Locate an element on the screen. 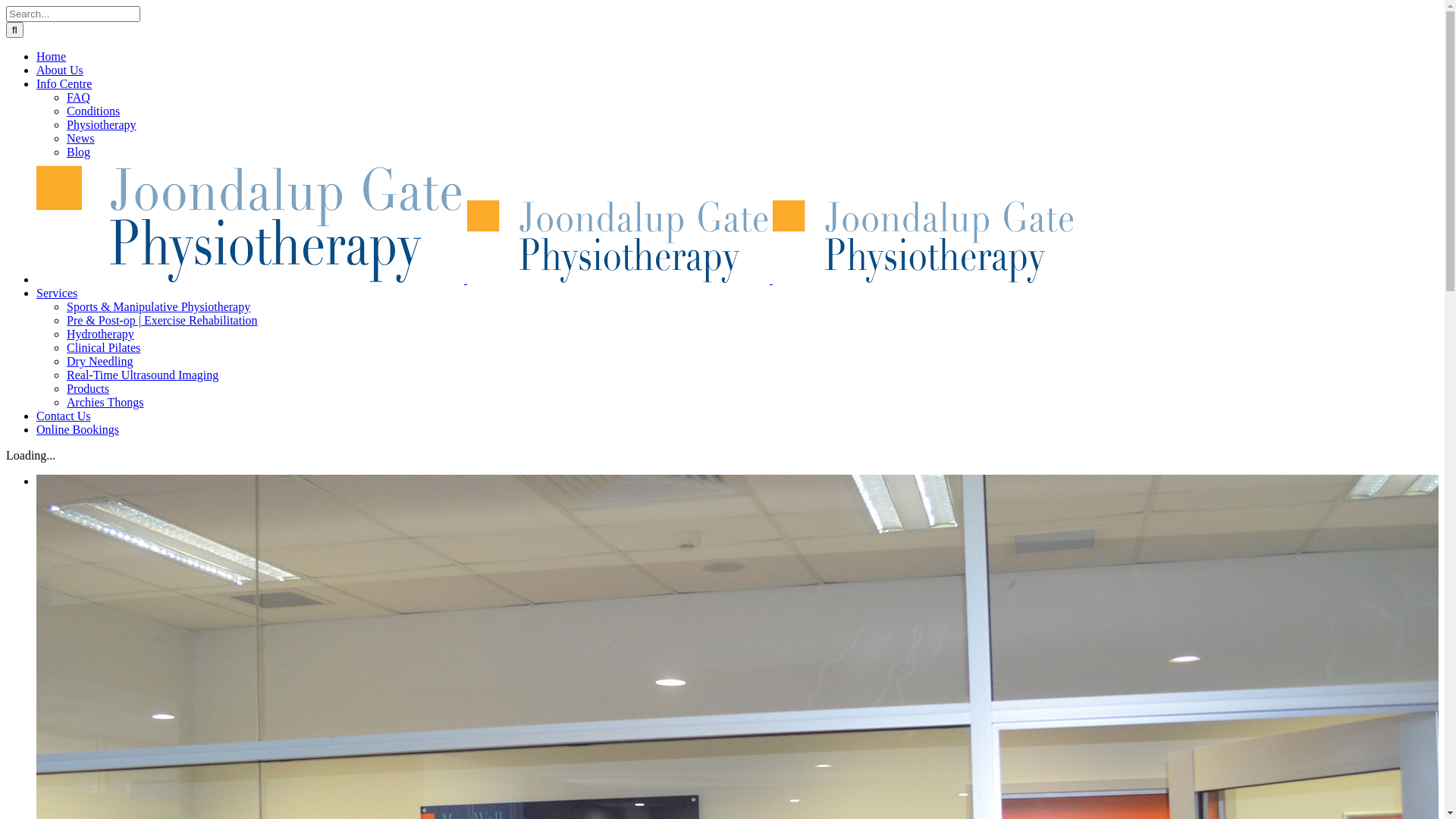  'Conditions' is located at coordinates (93, 110).